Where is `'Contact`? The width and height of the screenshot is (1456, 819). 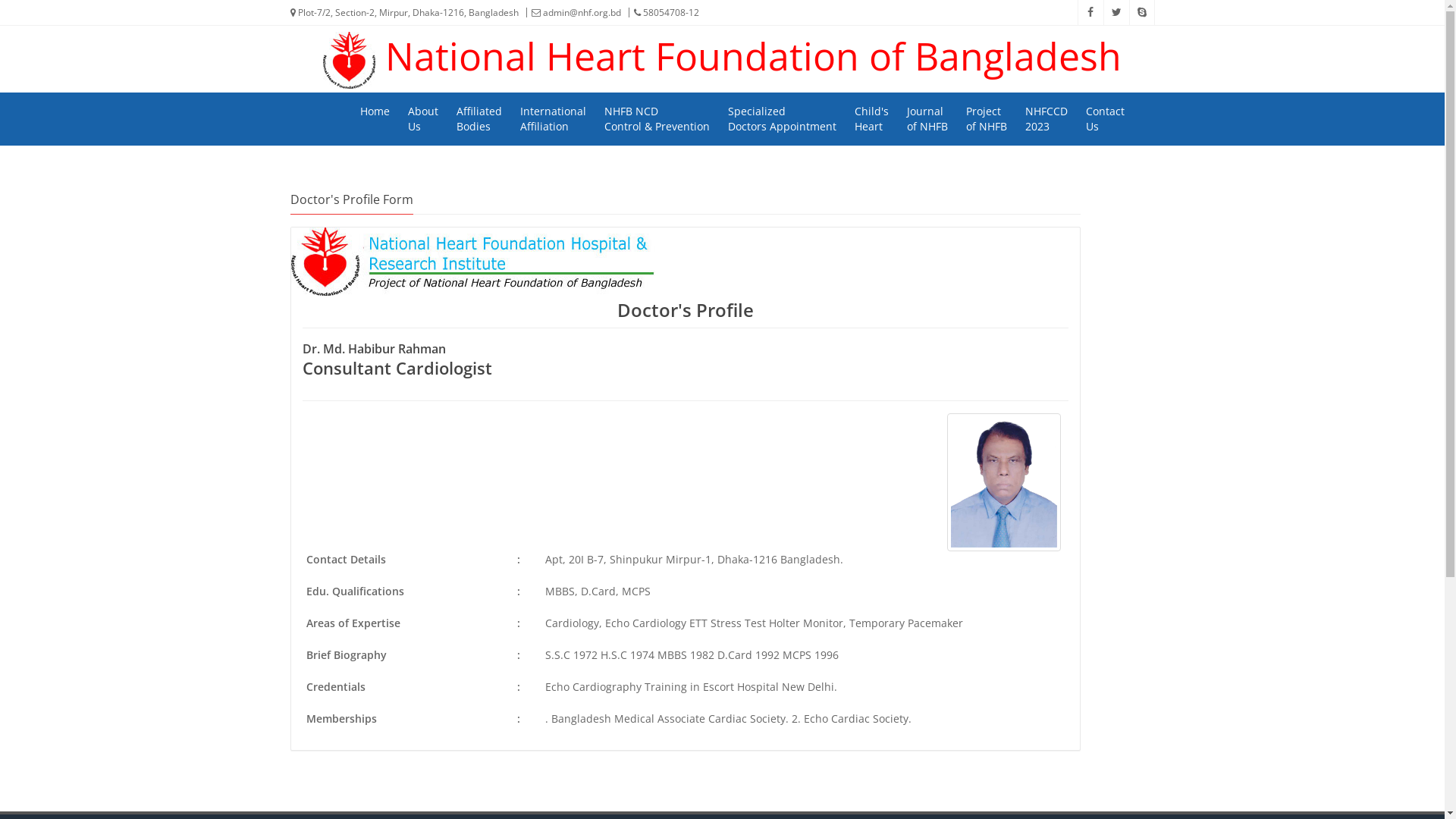 'Contact is located at coordinates (1104, 118).